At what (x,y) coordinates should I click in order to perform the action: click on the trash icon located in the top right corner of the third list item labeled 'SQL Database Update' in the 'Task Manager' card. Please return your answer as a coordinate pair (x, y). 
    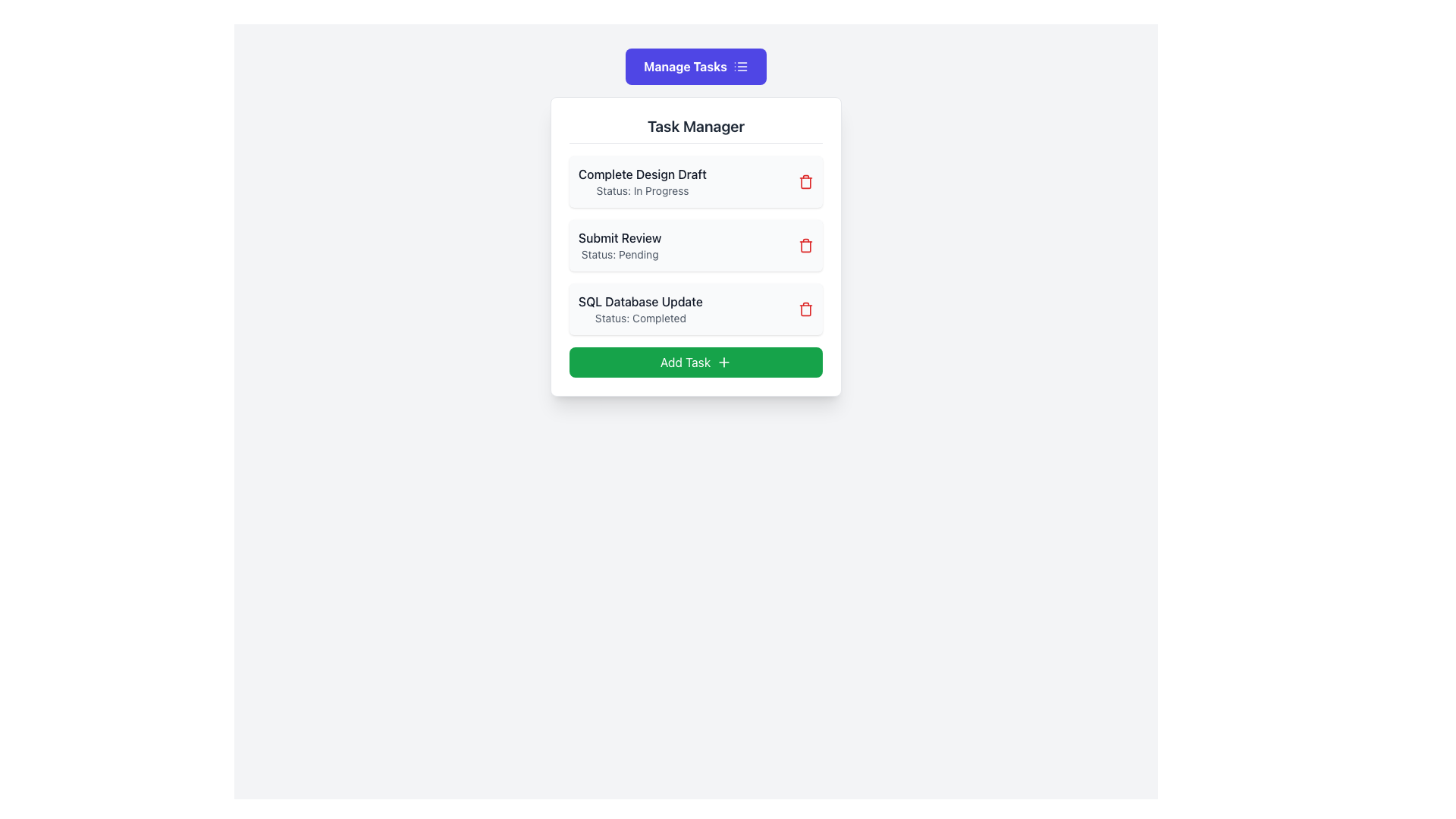
    Looking at the image, I should click on (805, 309).